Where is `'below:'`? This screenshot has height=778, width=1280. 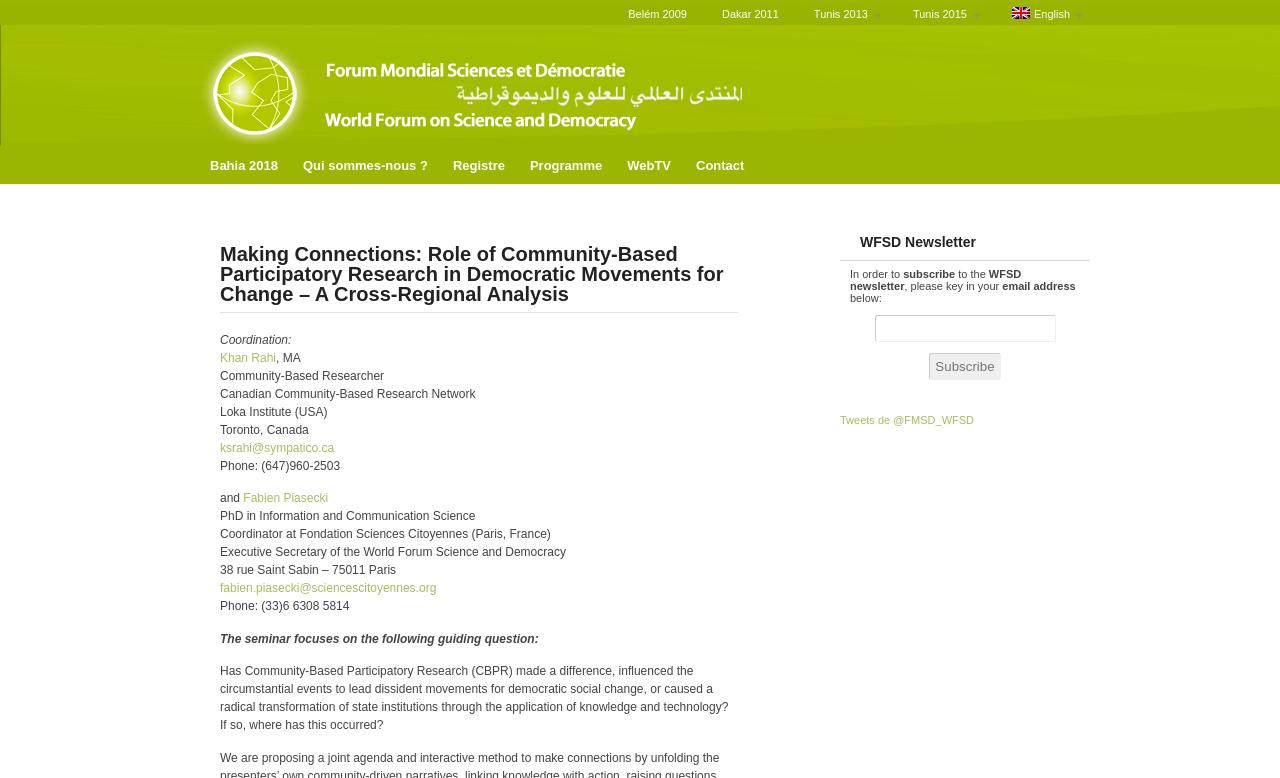
'below:' is located at coordinates (865, 297).